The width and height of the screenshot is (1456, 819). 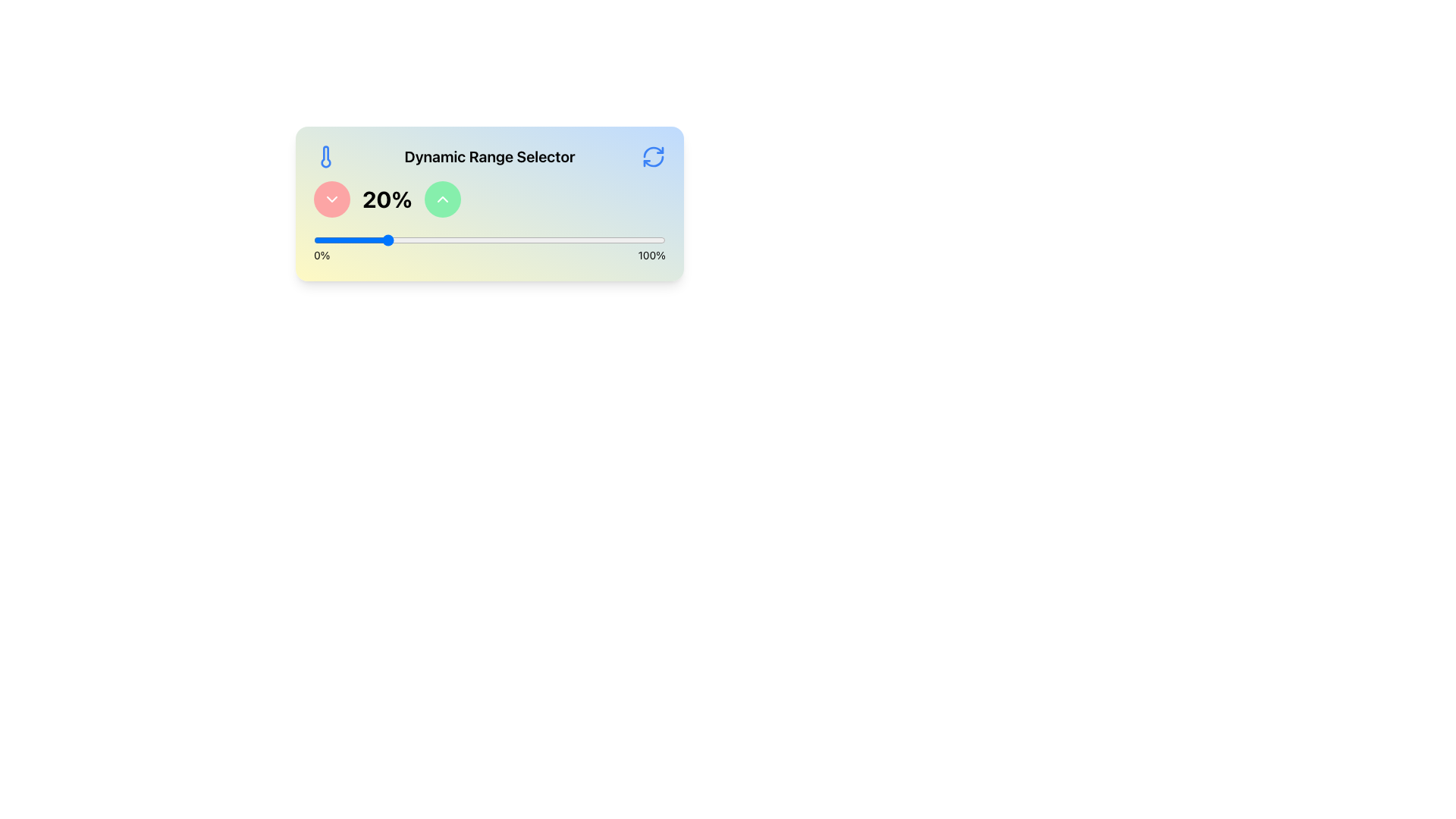 What do you see at coordinates (321, 254) in the screenshot?
I see `the static text label displaying '0%' located at the bottom-left corner of the slider interface` at bounding box center [321, 254].